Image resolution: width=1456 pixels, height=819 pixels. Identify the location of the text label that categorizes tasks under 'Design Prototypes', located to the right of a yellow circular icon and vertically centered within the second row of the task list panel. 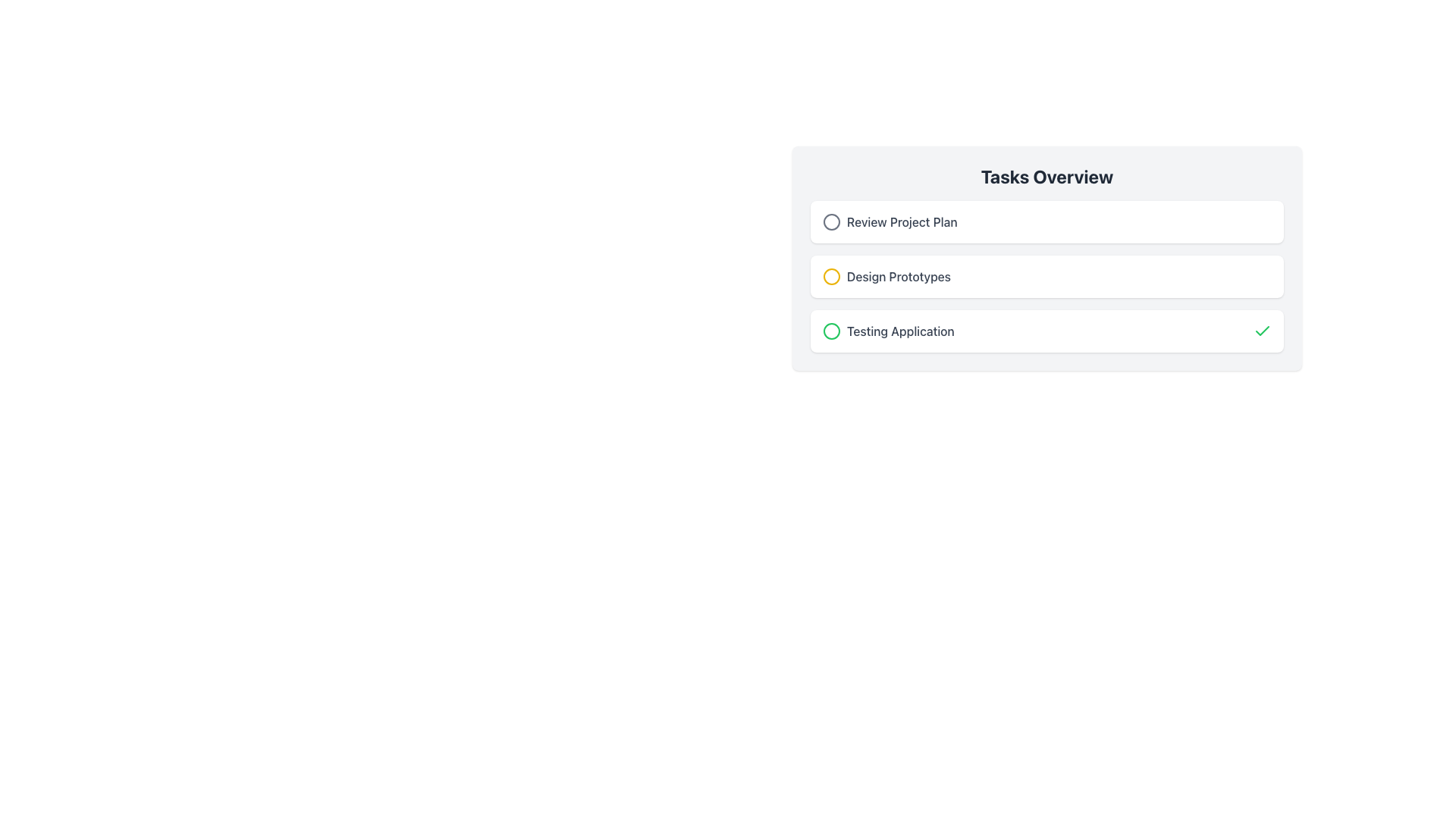
(899, 277).